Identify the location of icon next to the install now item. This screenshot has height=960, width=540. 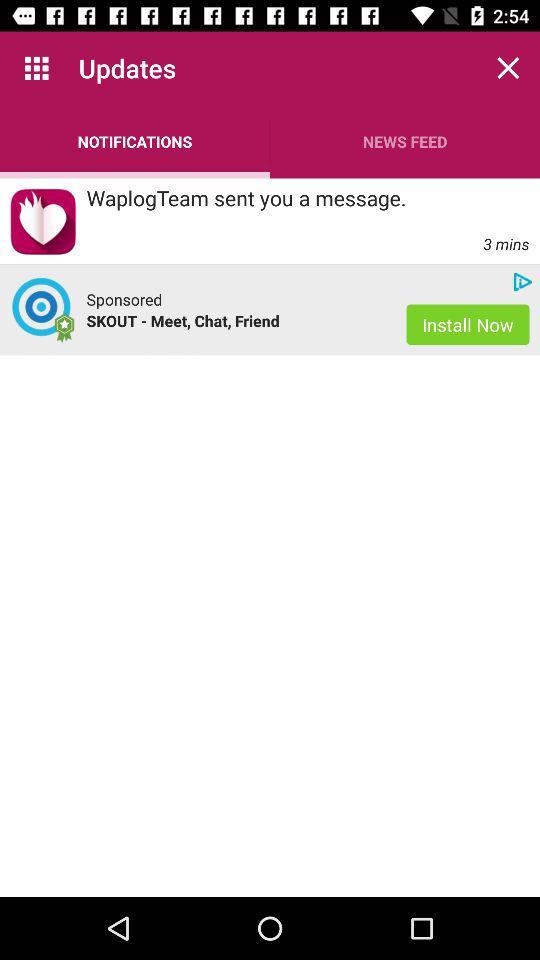
(124, 298).